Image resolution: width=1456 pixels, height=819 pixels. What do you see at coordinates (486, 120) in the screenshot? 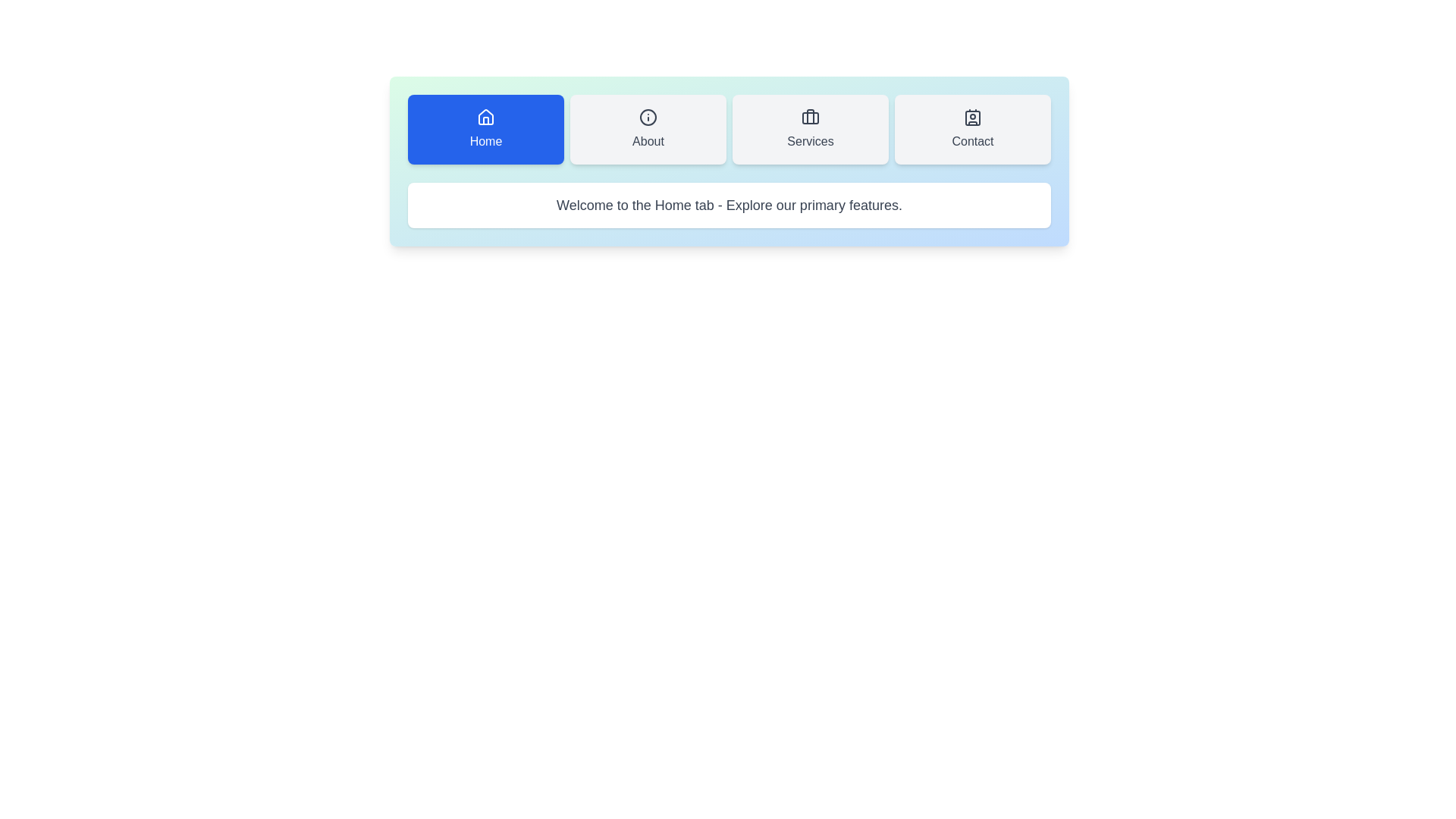
I see `the 'Home' button in the navigation bar, which contains a decorative house icon styled as an SVG with sharp lines and a blue background` at bounding box center [486, 120].